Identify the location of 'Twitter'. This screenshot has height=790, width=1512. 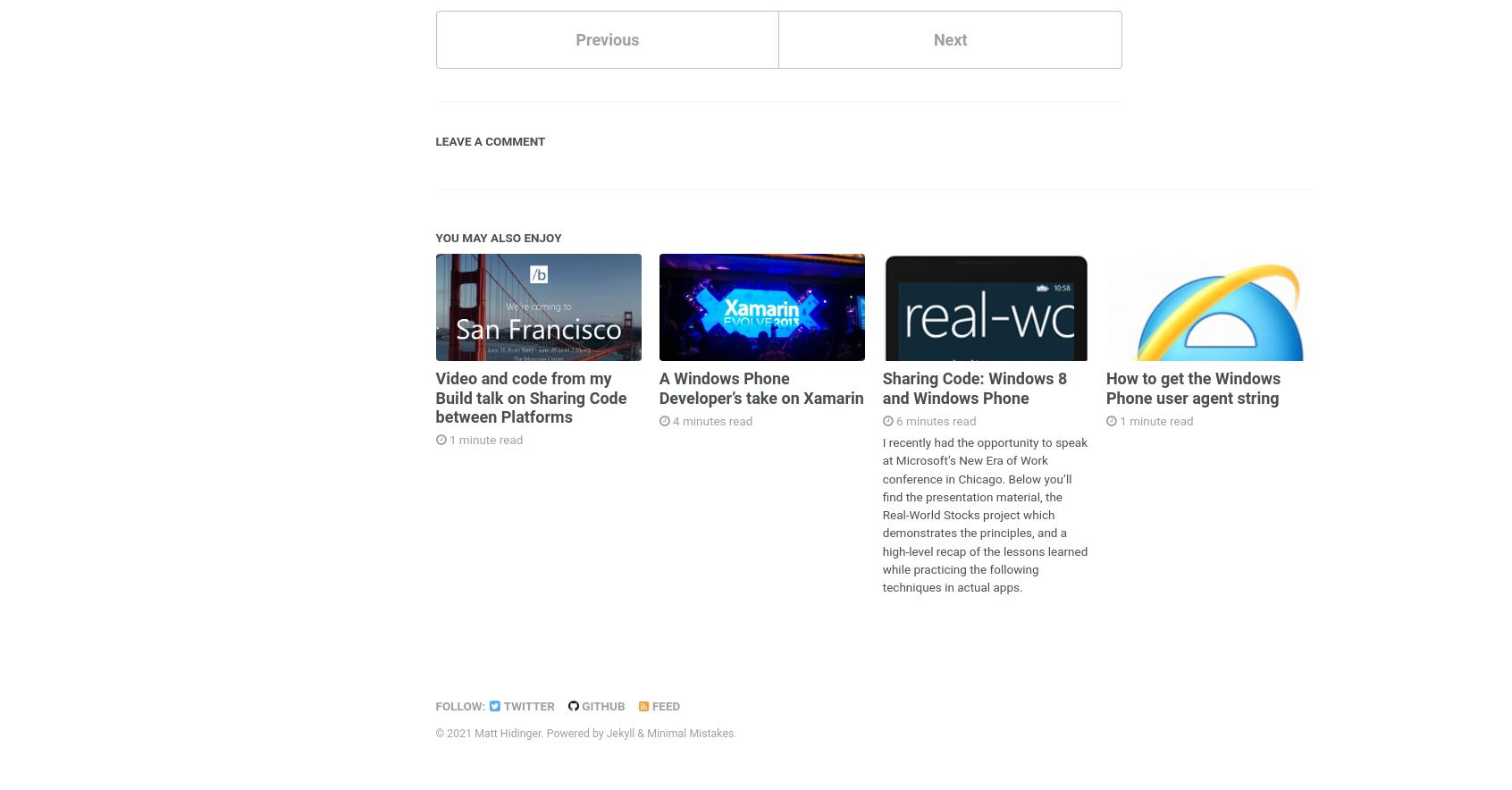
(526, 703).